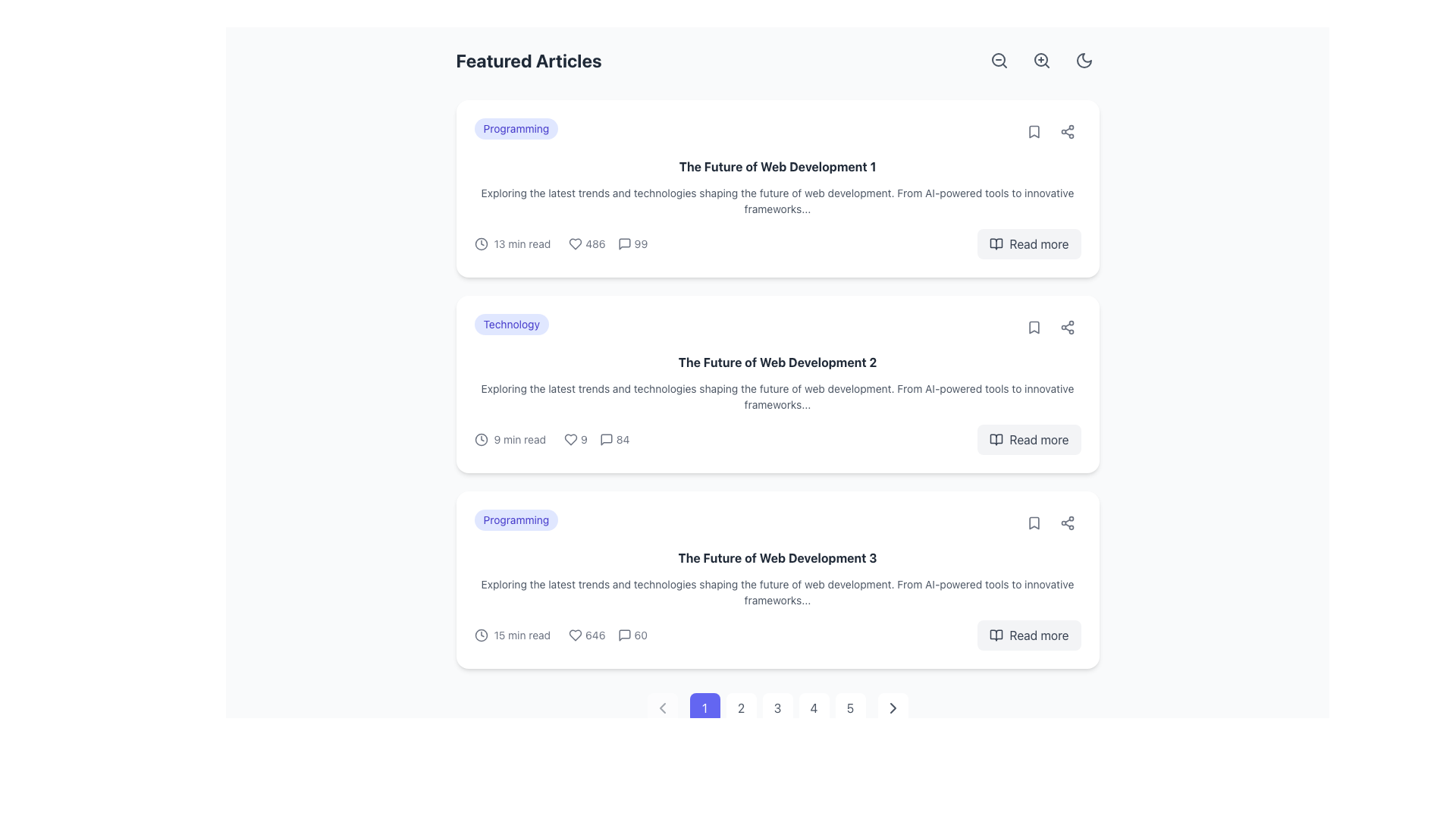 This screenshot has width=1456, height=819. I want to click on the non-interactive text element displaying the 'like' or 'heart' count for the article on the top card in the list of articles, so click(586, 243).